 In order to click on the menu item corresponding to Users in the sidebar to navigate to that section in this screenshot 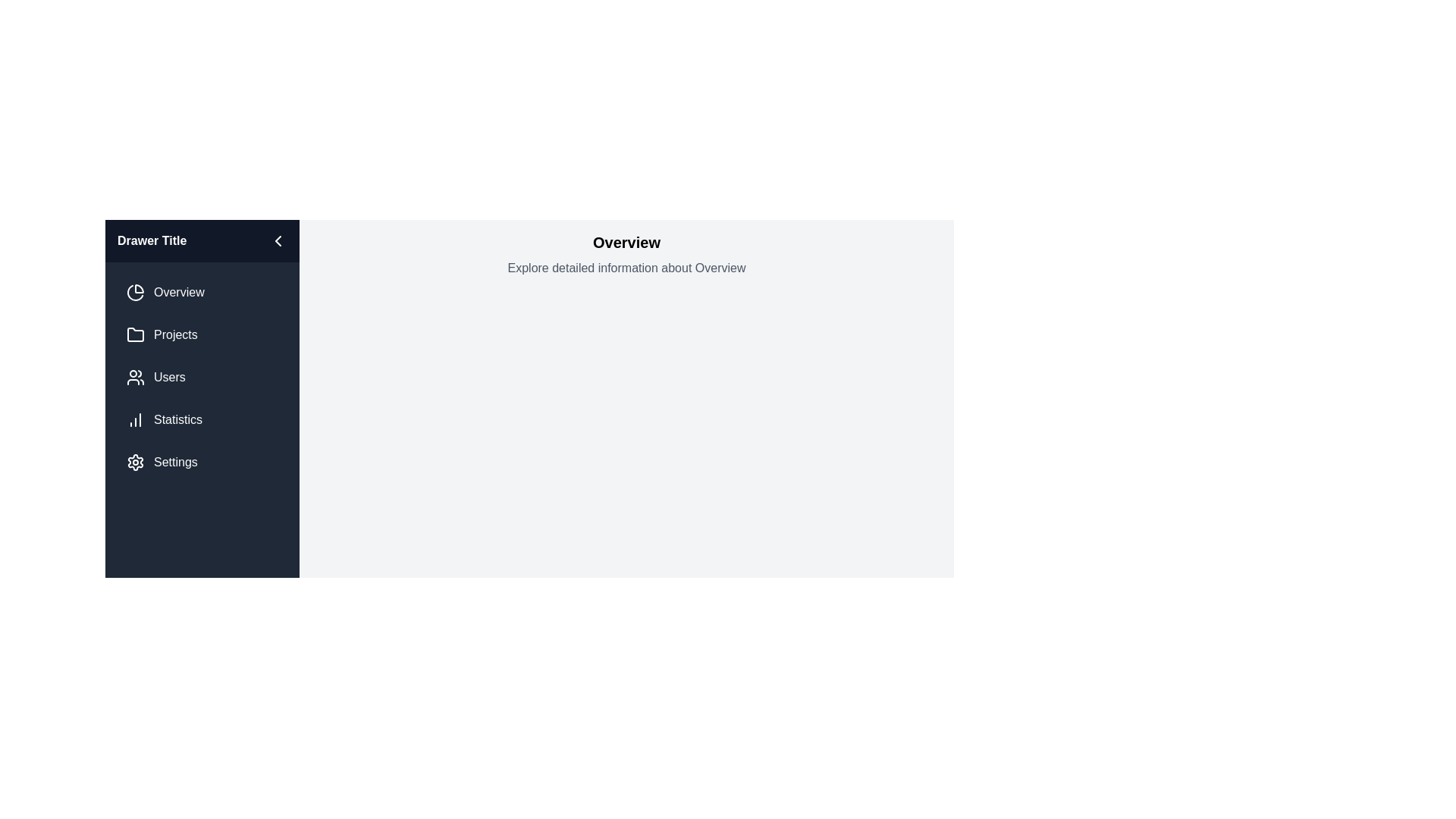, I will do `click(202, 376)`.